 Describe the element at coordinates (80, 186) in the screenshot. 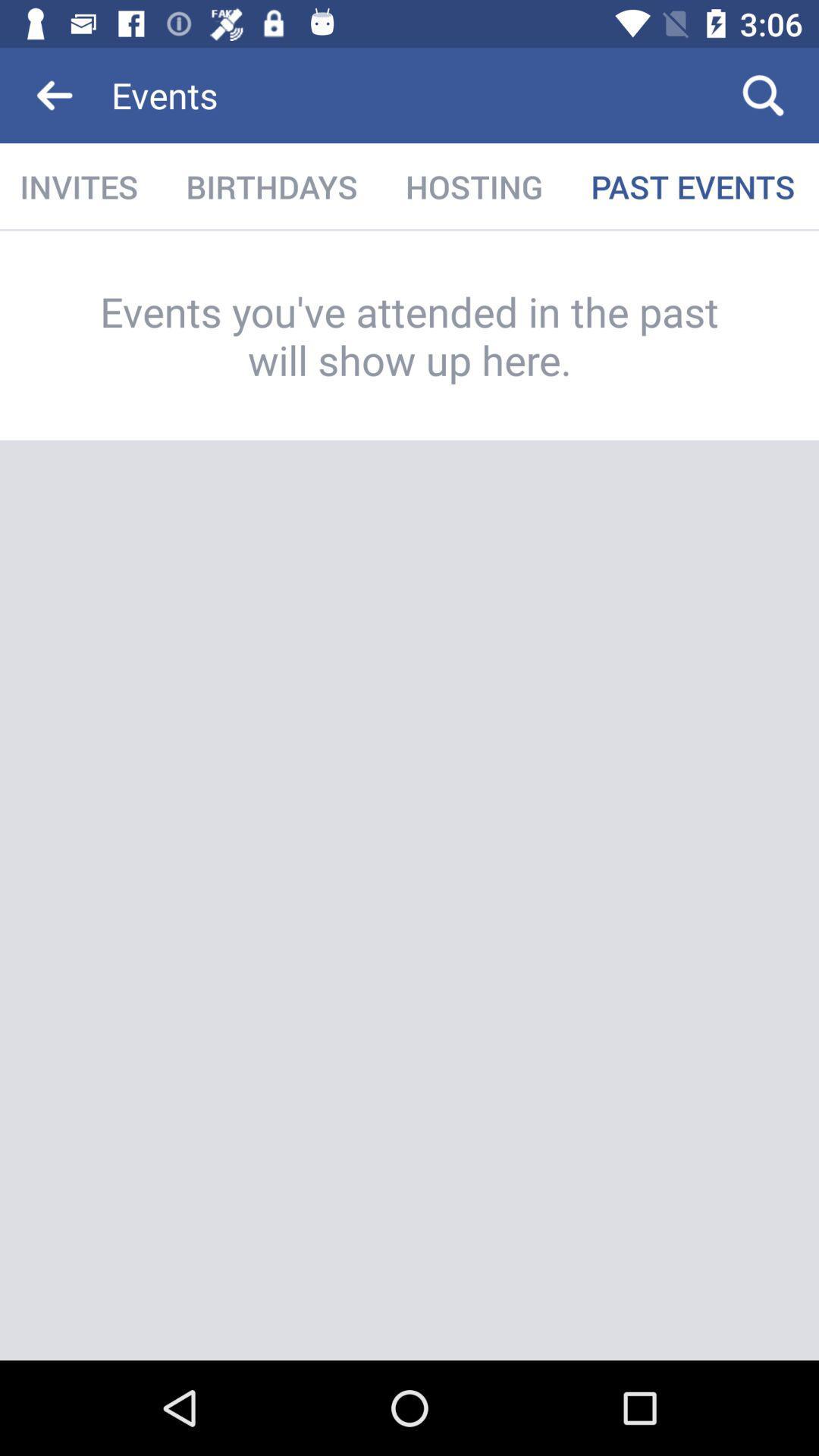

I see `icon to the left of the birthdays item` at that location.